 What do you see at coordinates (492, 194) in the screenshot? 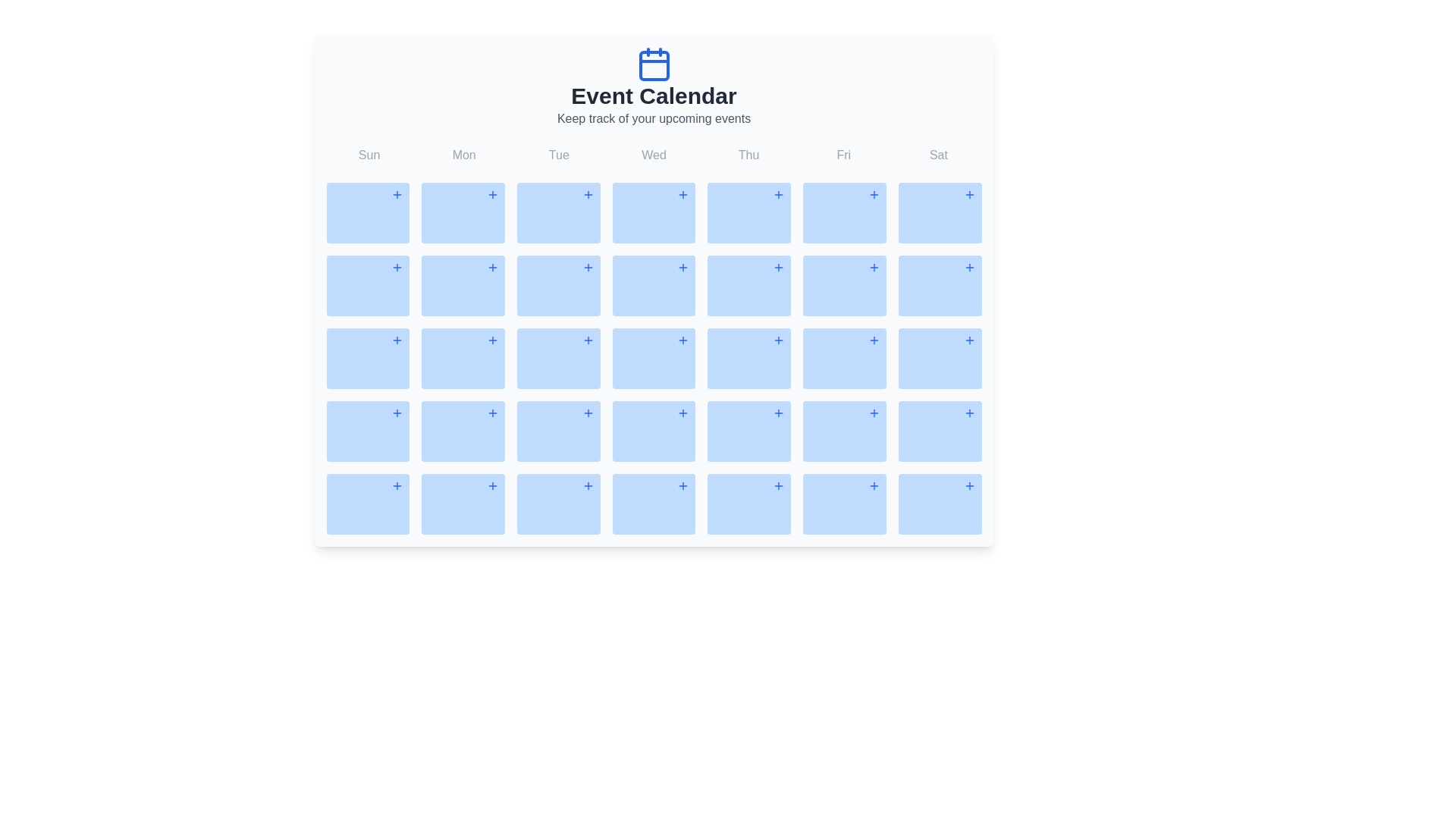
I see `the button located at the top-right corner of the blue card in the second column (Monday) of the calendar grid layout` at bounding box center [492, 194].